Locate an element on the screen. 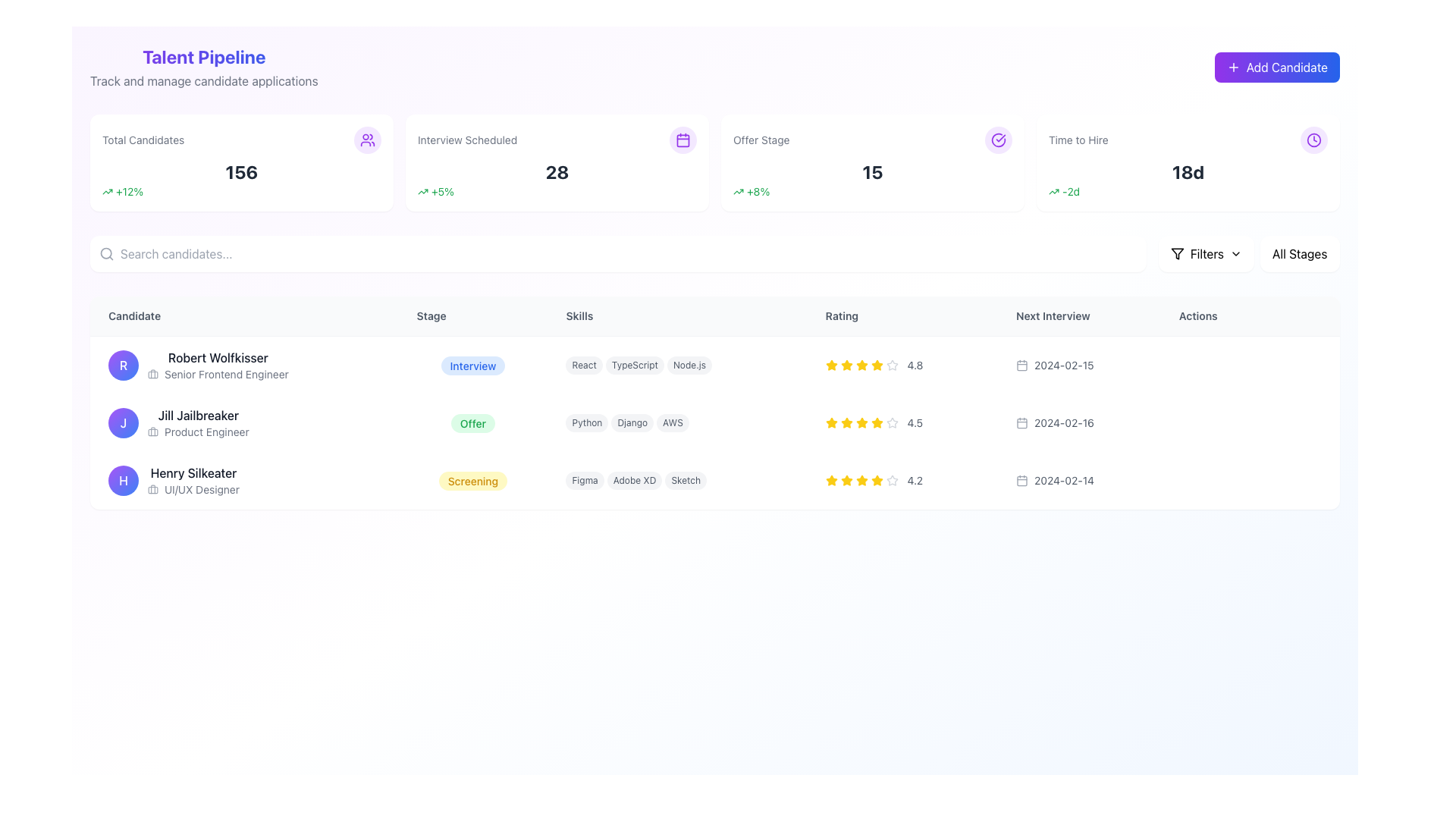  the pill-shaped UI component displaying the text 'React' with a gray background located in the 'Skills' column of the first row in the candidate table is located at coordinates (583, 366).